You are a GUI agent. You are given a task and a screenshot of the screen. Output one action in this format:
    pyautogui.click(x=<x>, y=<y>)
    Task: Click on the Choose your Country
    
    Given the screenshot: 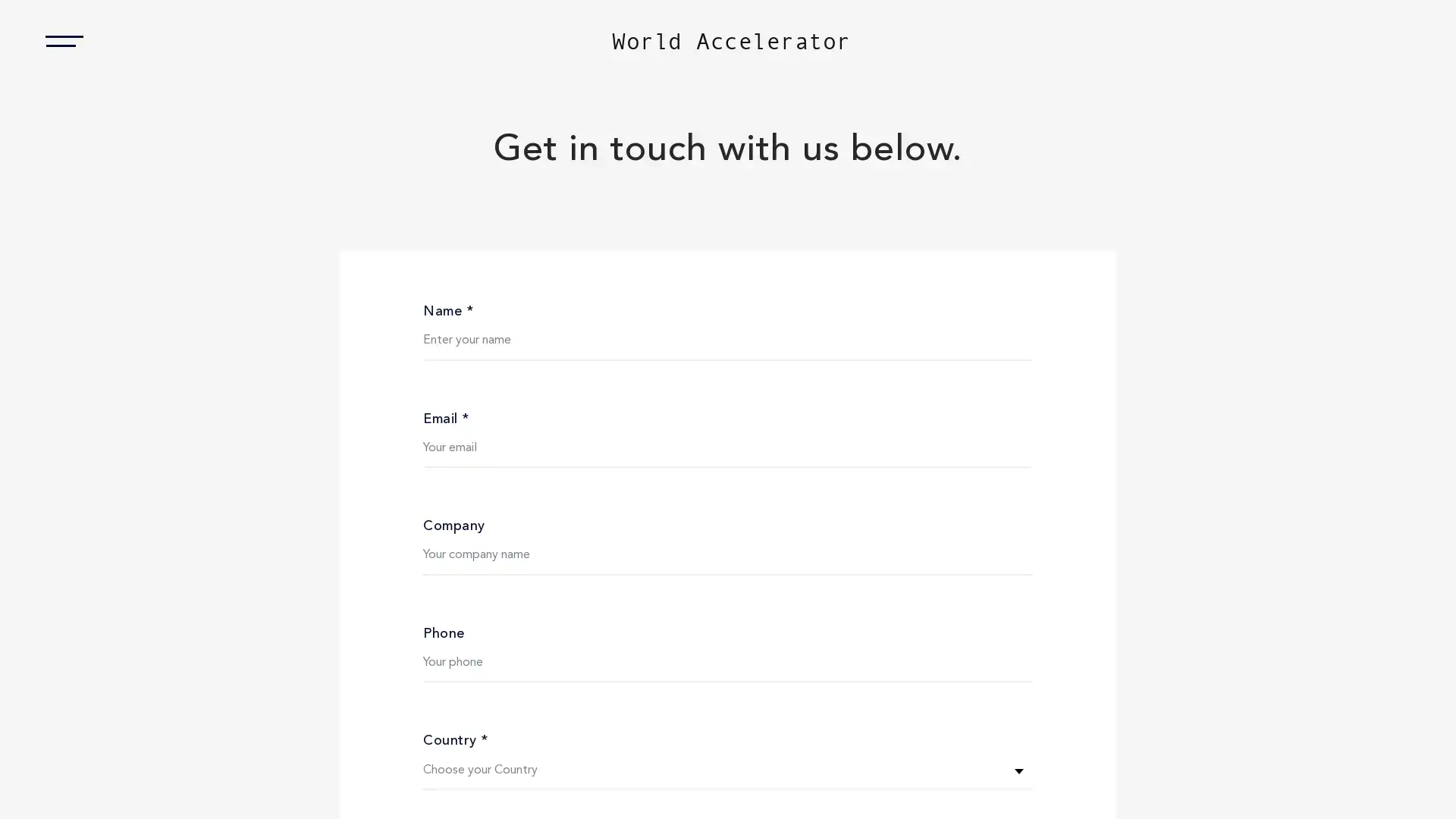 What is the action you would take?
    pyautogui.click(x=728, y=770)
    